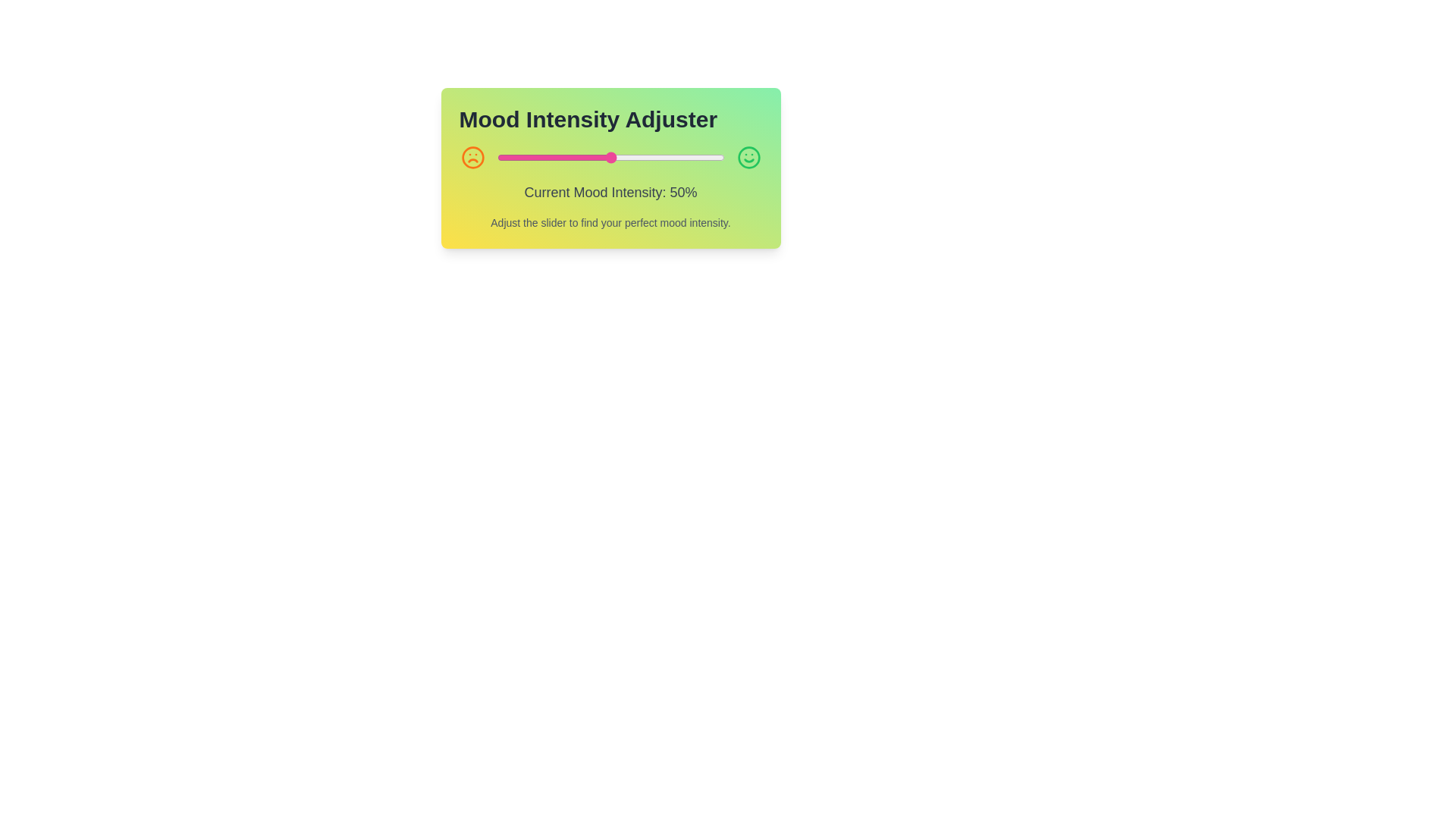 The image size is (1456, 819). Describe the element at coordinates (585, 158) in the screenshot. I see `the mood intensity slider to 39% by dragging the slider handle` at that location.